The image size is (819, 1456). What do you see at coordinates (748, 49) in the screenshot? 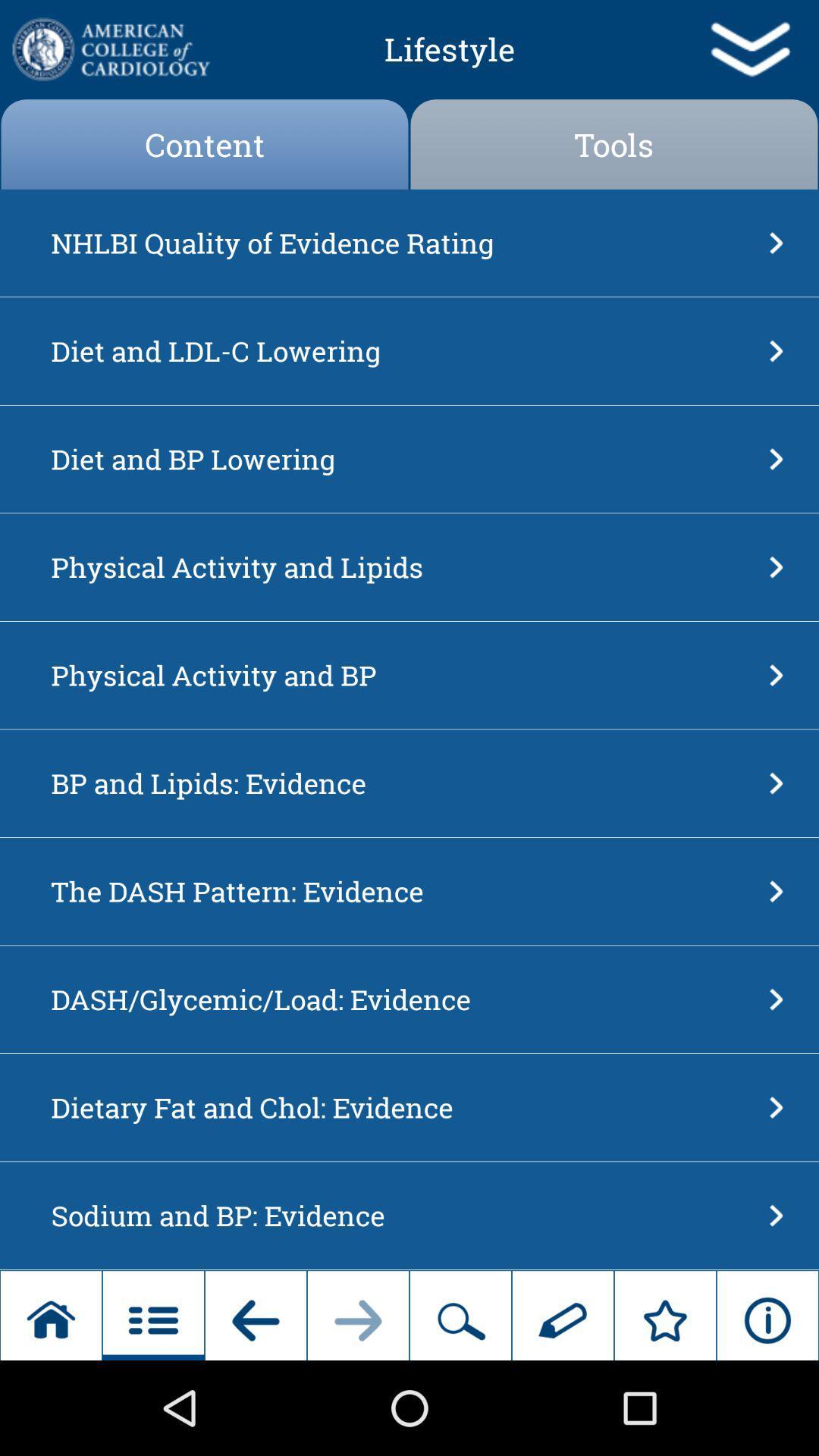
I see `app to the right of the lifestyle item` at bounding box center [748, 49].